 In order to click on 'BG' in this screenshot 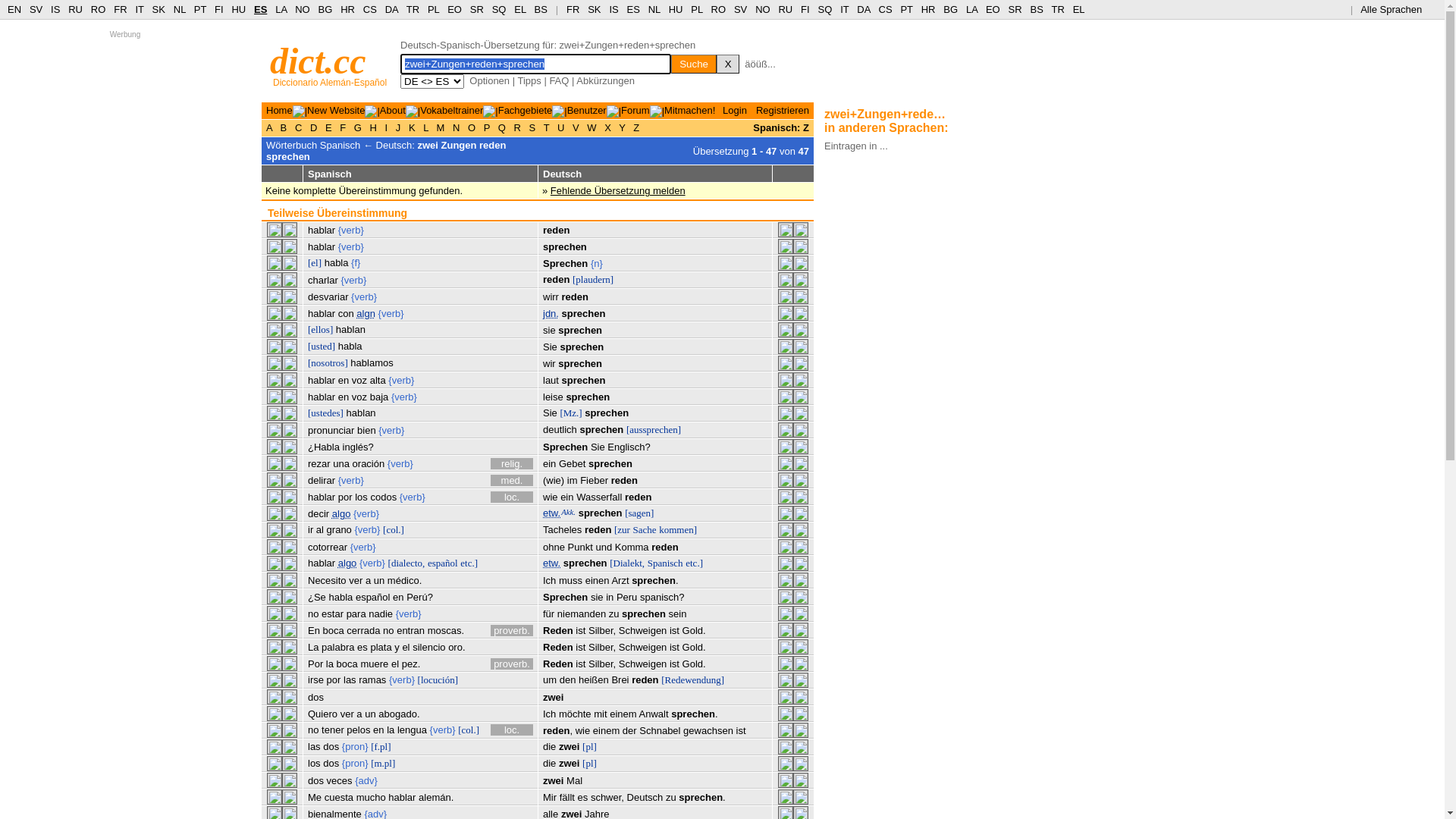, I will do `click(949, 9)`.